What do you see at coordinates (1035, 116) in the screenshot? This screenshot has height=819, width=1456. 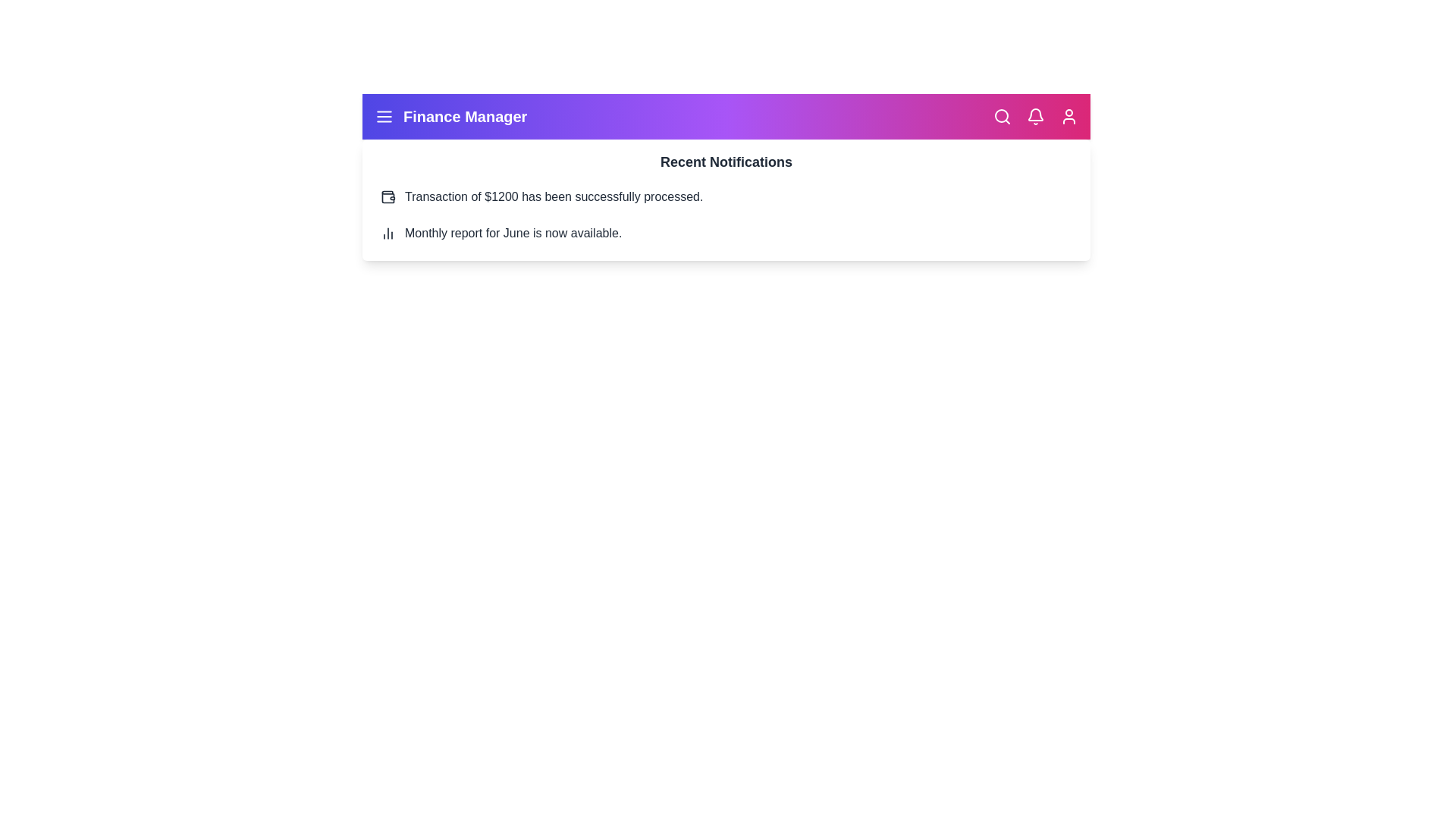 I see `the bell icon to toggle the notification bar visibility` at bounding box center [1035, 116].